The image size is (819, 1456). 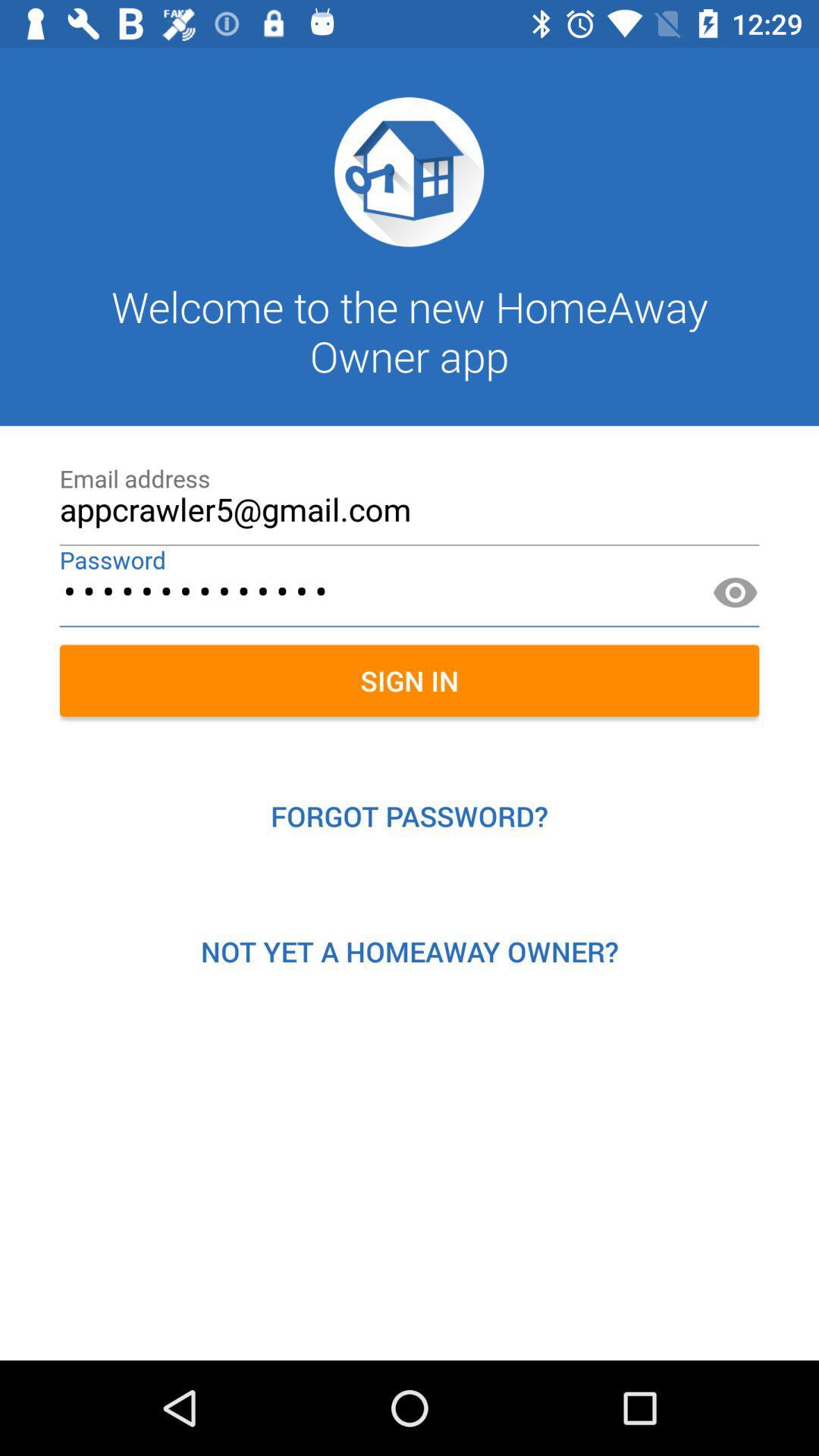 What do you see at coordinates (734, 600) in the screenshot?
I see `the visibility icon` at bounding box center [734, 600].